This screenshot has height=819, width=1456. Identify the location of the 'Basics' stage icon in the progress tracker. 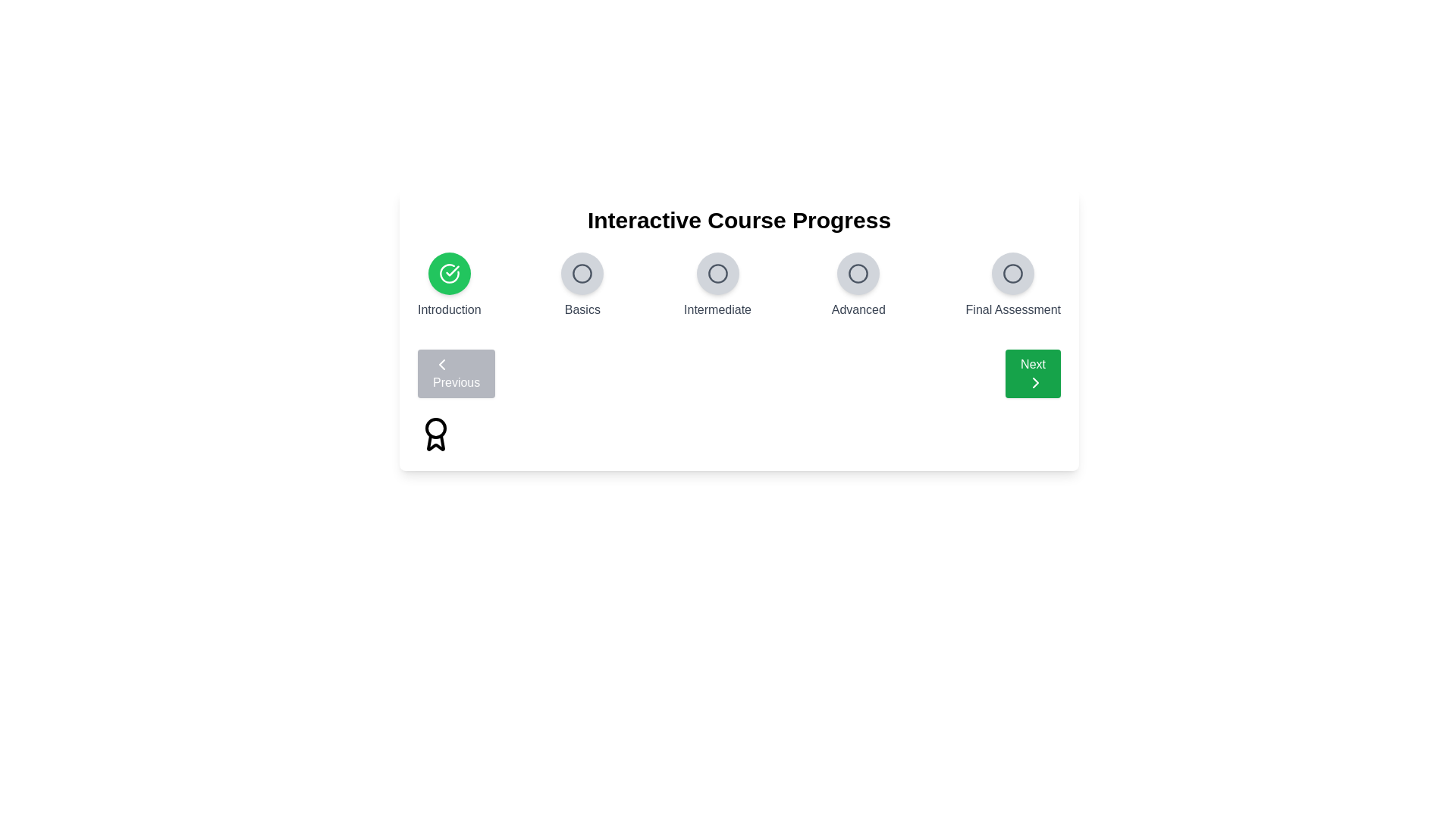
(582, 274).